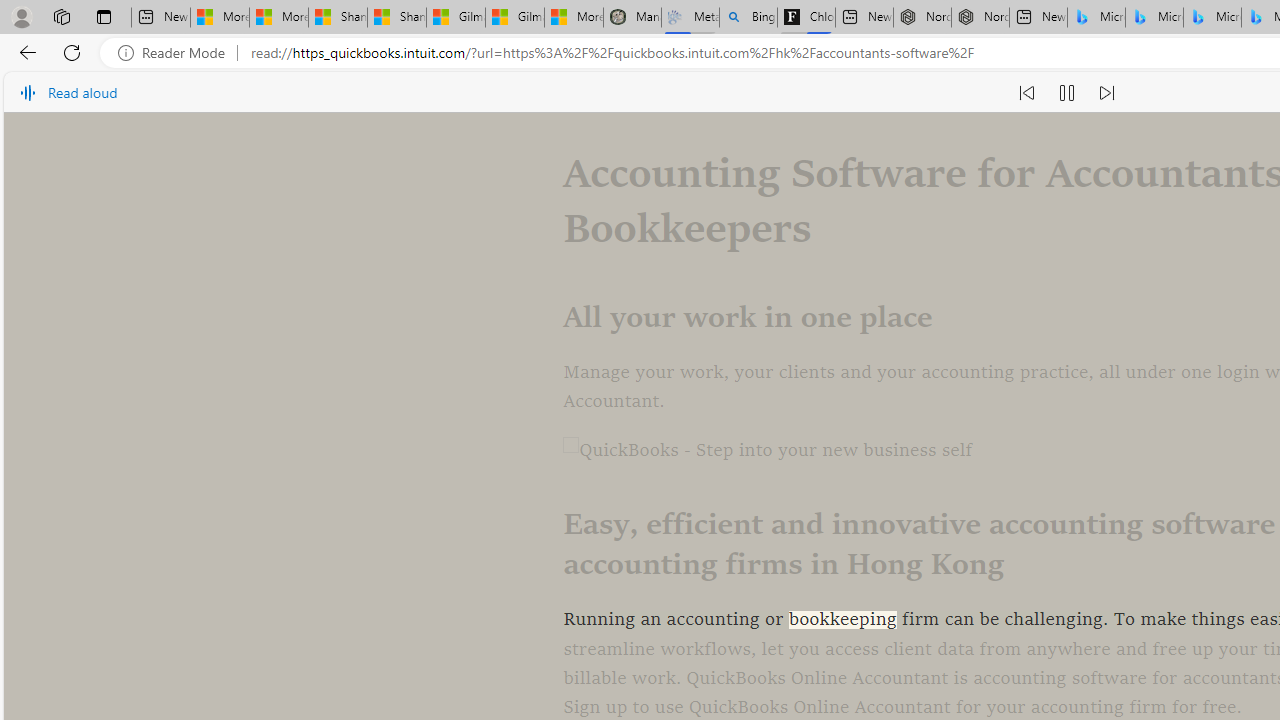 Image resolution: width=1280 pixels, height=720 pixels. Describe the element at coordinates (1104, 92) in the screenshot. I see `'Read next paragraph'` at that location.